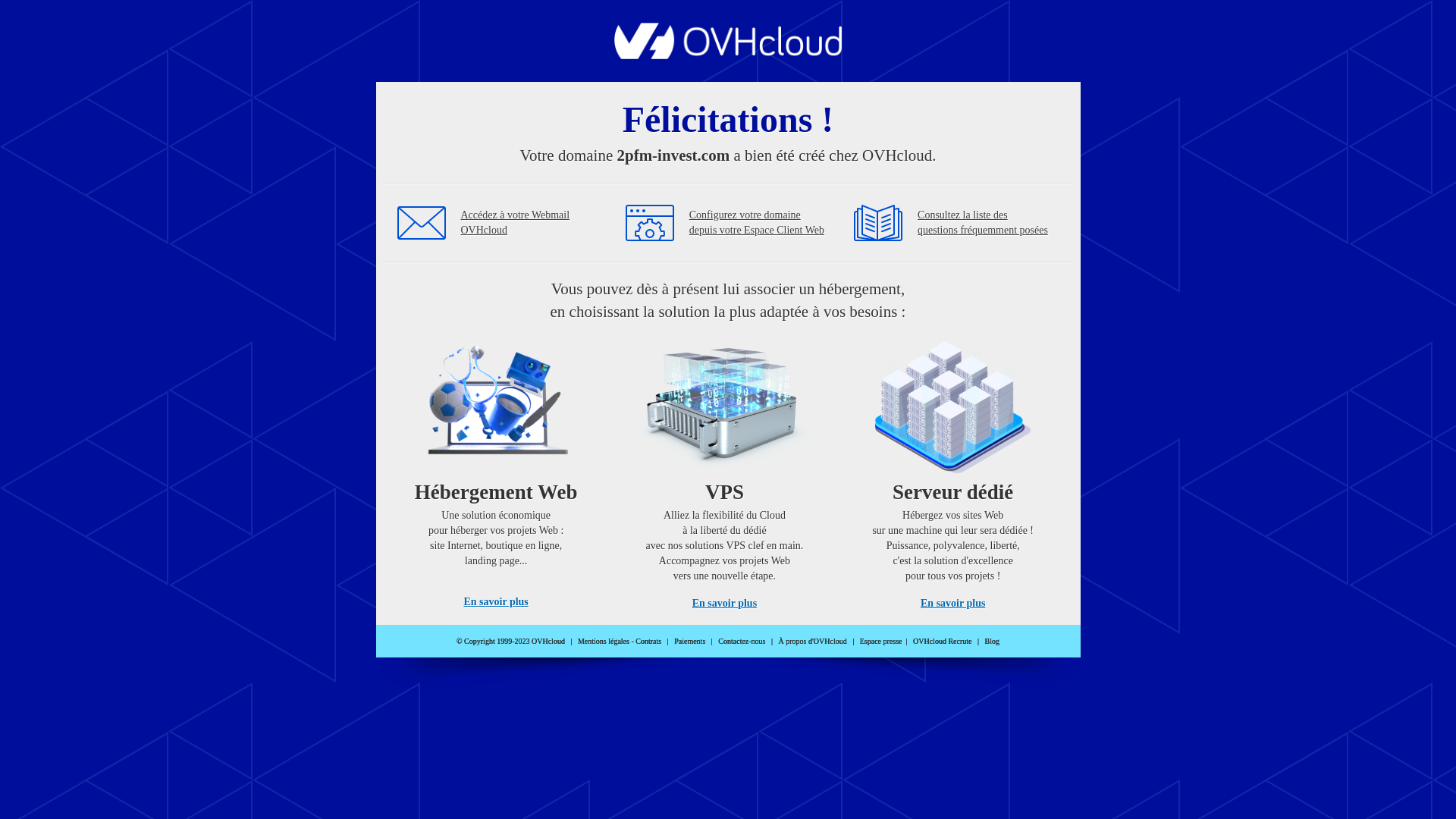 The image size is (1456, 819). Describe the element at coordinates (495, 601) in the screenshot. I see `'En savoir plus'` at that location.